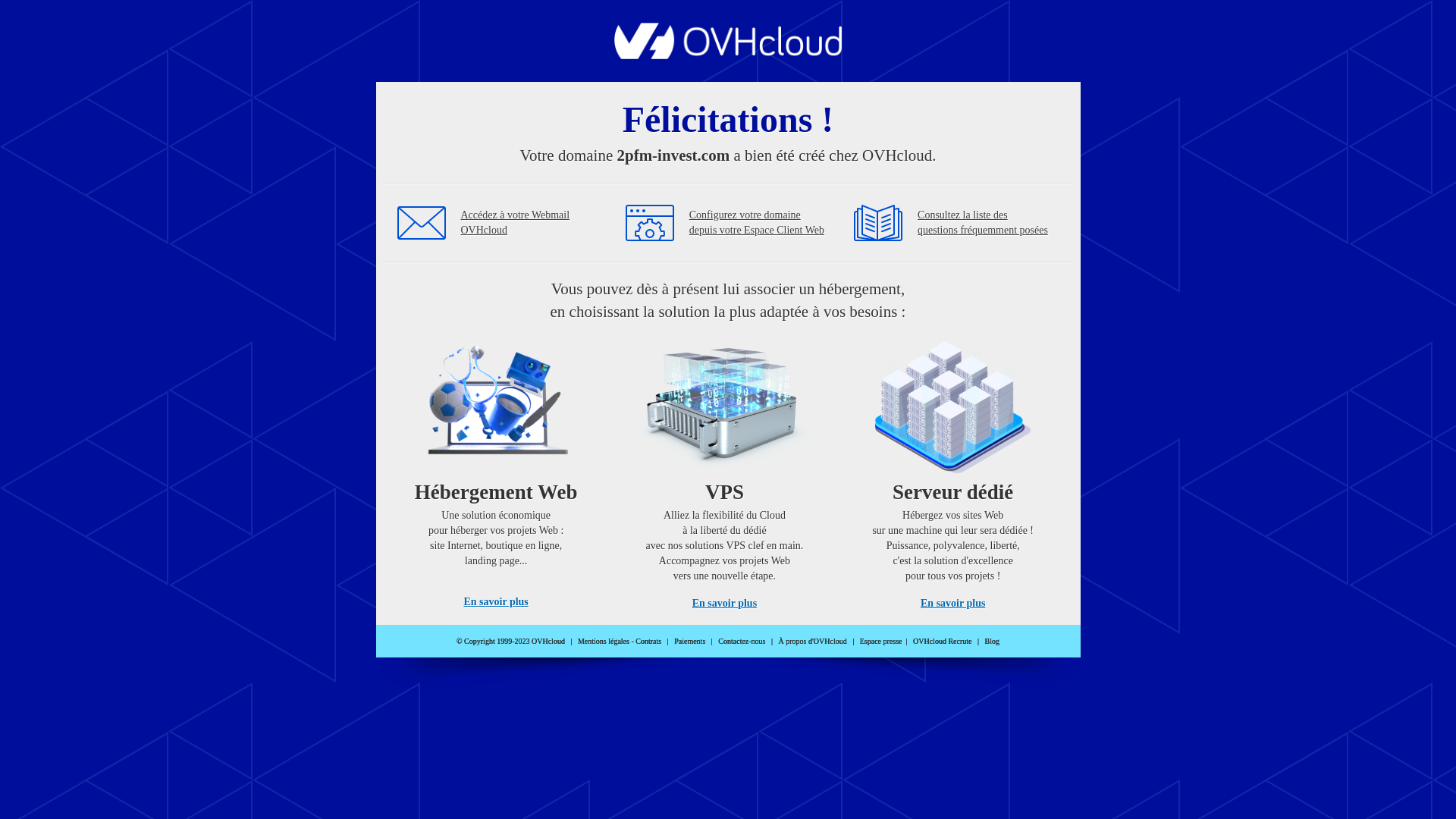 The image size is (1456, 819). Describe the element at coordinates (495, 601) in the screenshot. I see `'En savoir plus'` at that location.